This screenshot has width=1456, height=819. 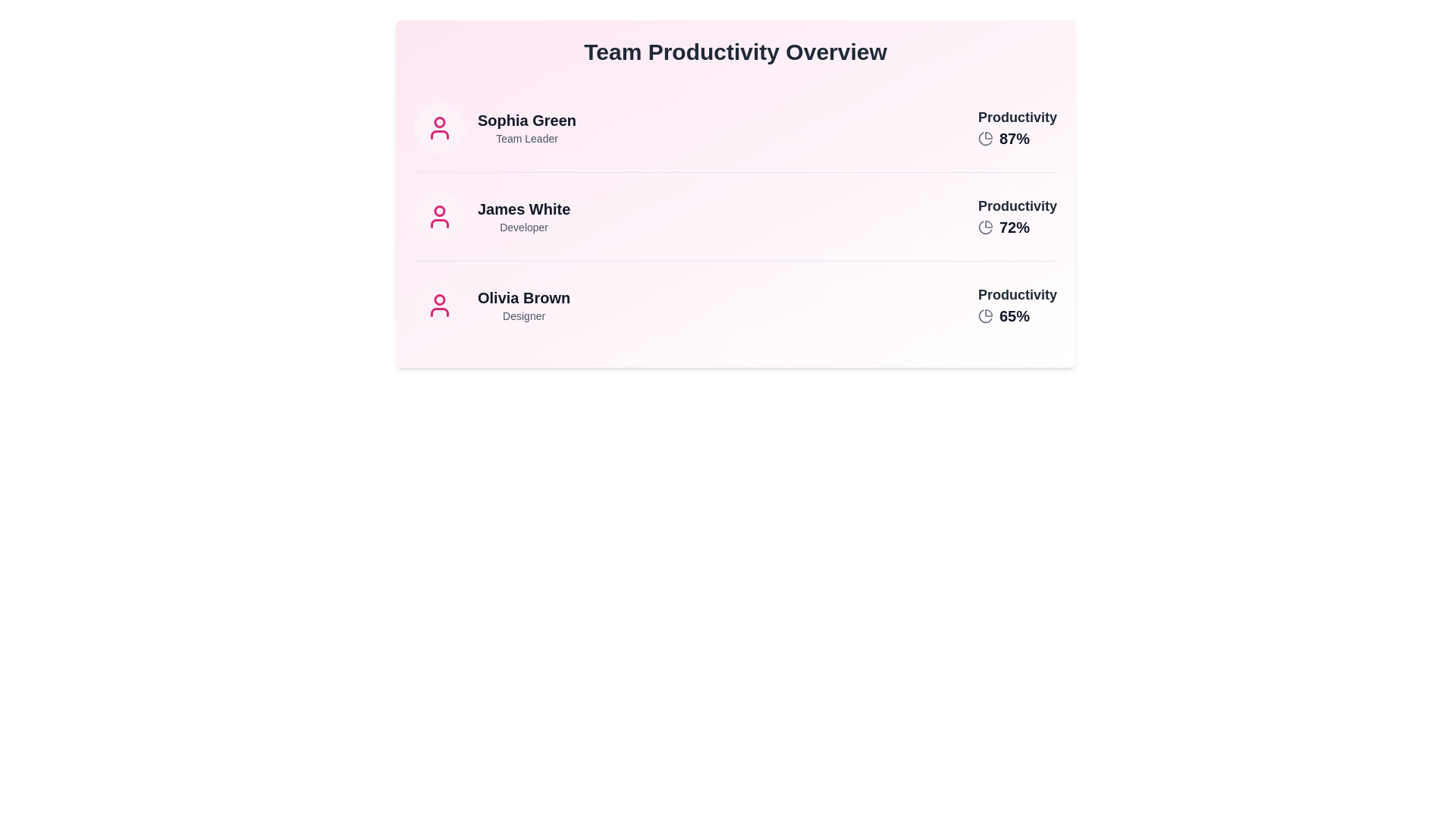 What do you see at coordinates (527, 127) in the screenshot?
I see `text content of the topmost text block displaying the name and title of the team leader, positioned next to a circular icon and above other entries like 'James White' and 'Olivia Brown'` at bounding box center [527, 127].